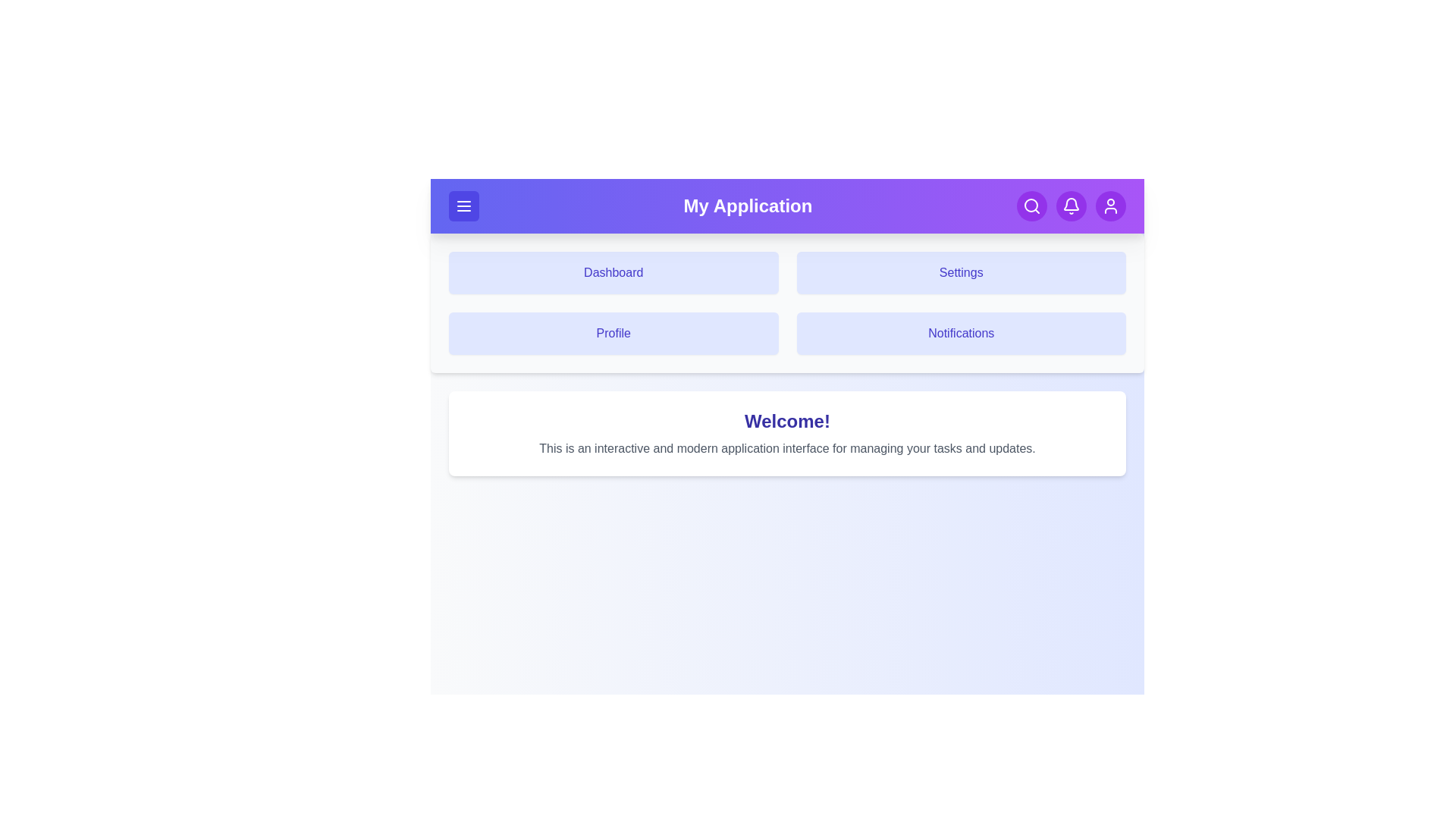  I want to click on the navigation tile corresponding to Profile to navigate to that section, so click(613, 332).